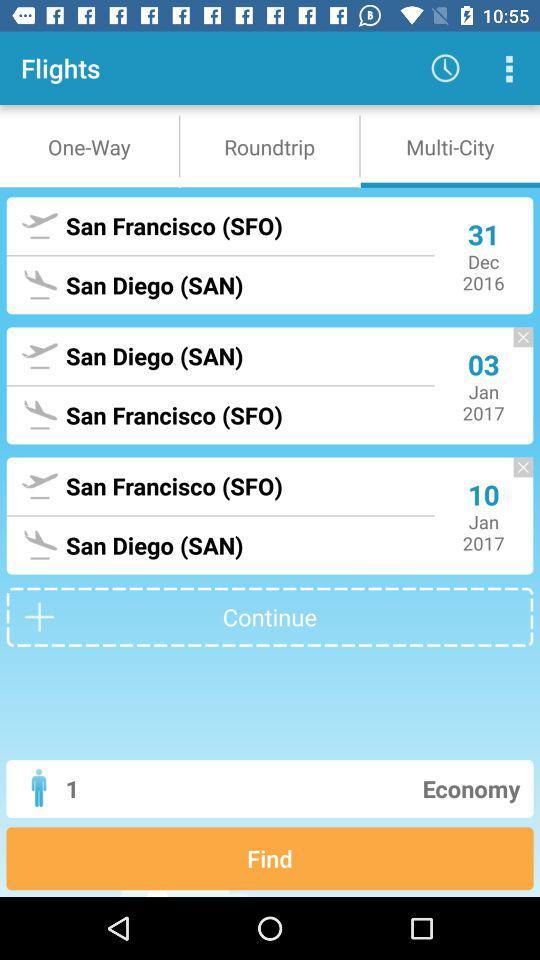  I want to click on icon to the right of the 1, so click(345, 788).